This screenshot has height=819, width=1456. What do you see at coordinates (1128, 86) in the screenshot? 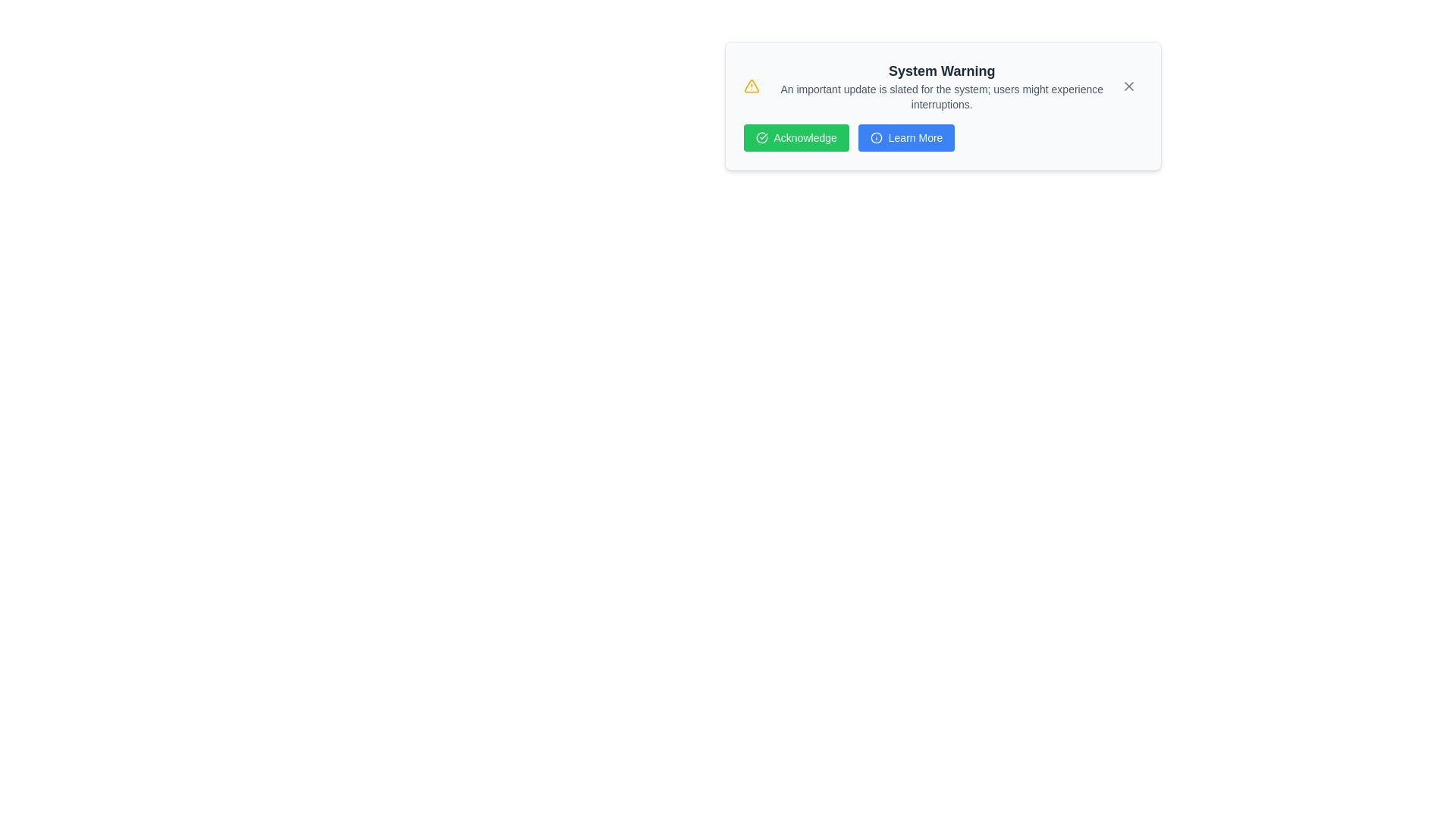
I see `the dismiss button located at the top-right corner of the notification panel next to the 'System Warning' header` at bounding box center [1128, 86].